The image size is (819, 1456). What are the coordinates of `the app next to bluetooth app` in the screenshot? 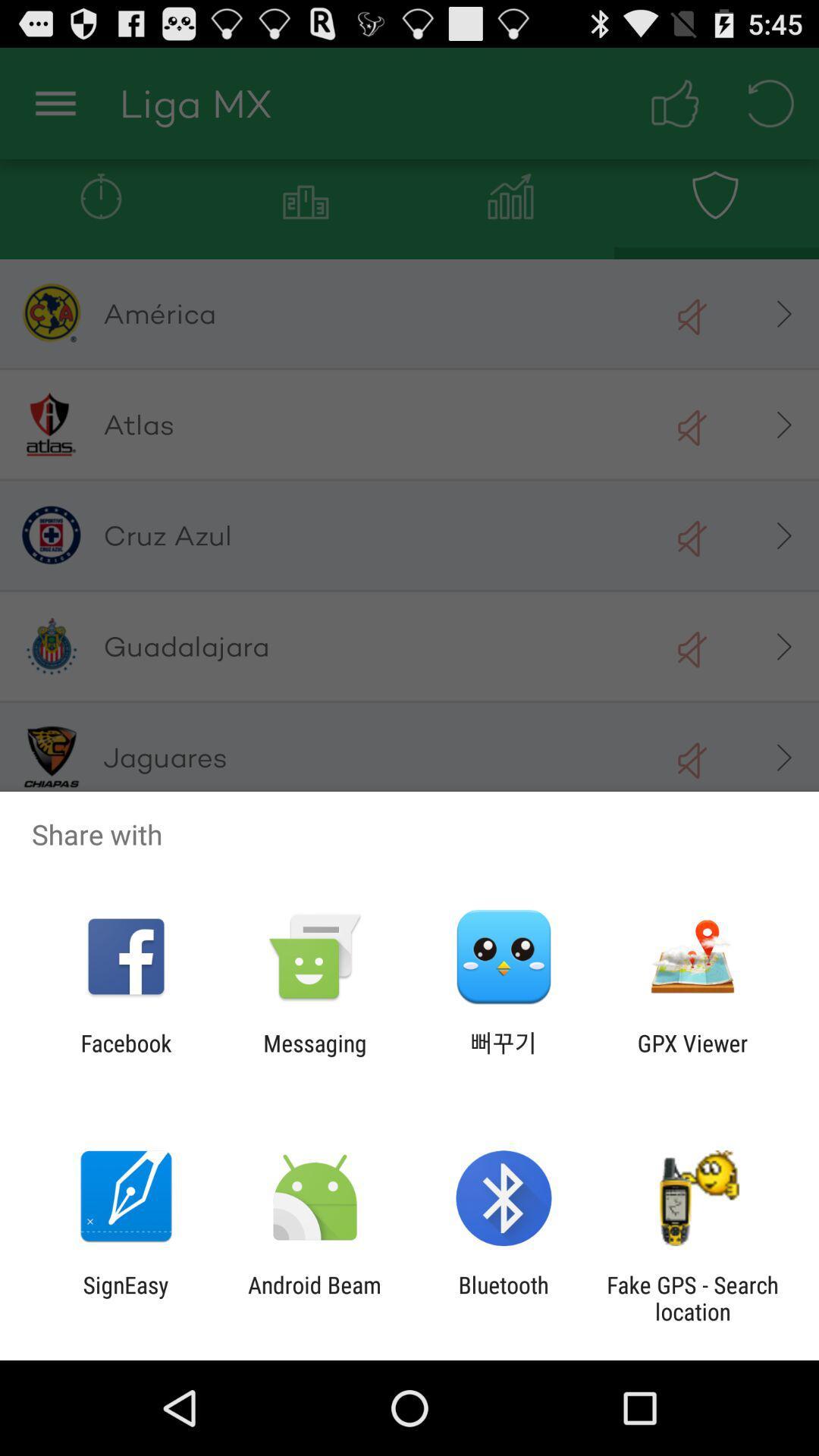 It's located at (314, 1298).